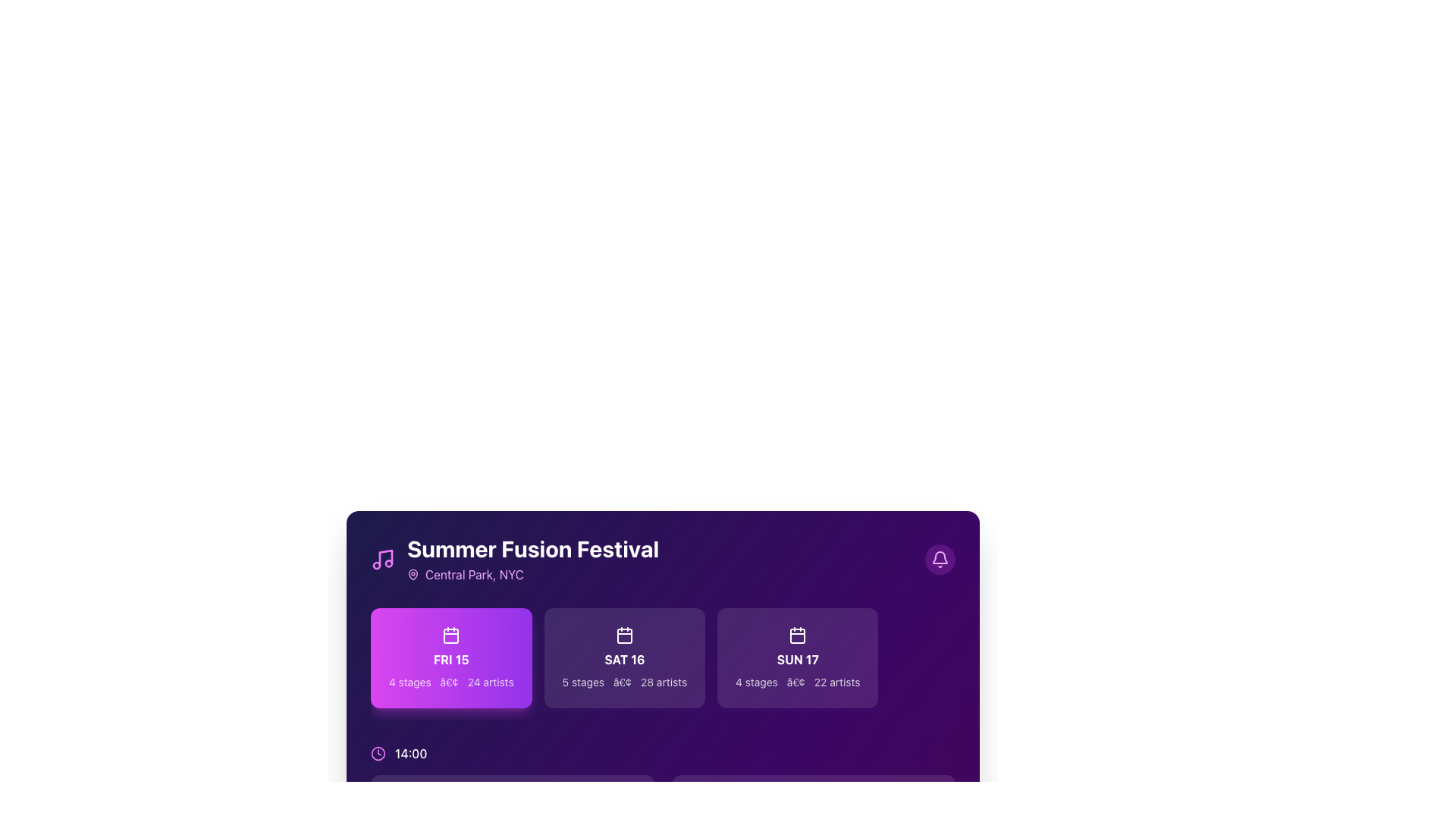 Image resolution: width=1456 pixels, height=819 pixels. What do you see at coordinates (450, 635) in the screenshot?
I see `the calendar icon located within the gradient purple background box labeled 'FRI 15', which is the first of three horizontally displayed buttons in the lower section of the interface` at bounding box center [450, 635].